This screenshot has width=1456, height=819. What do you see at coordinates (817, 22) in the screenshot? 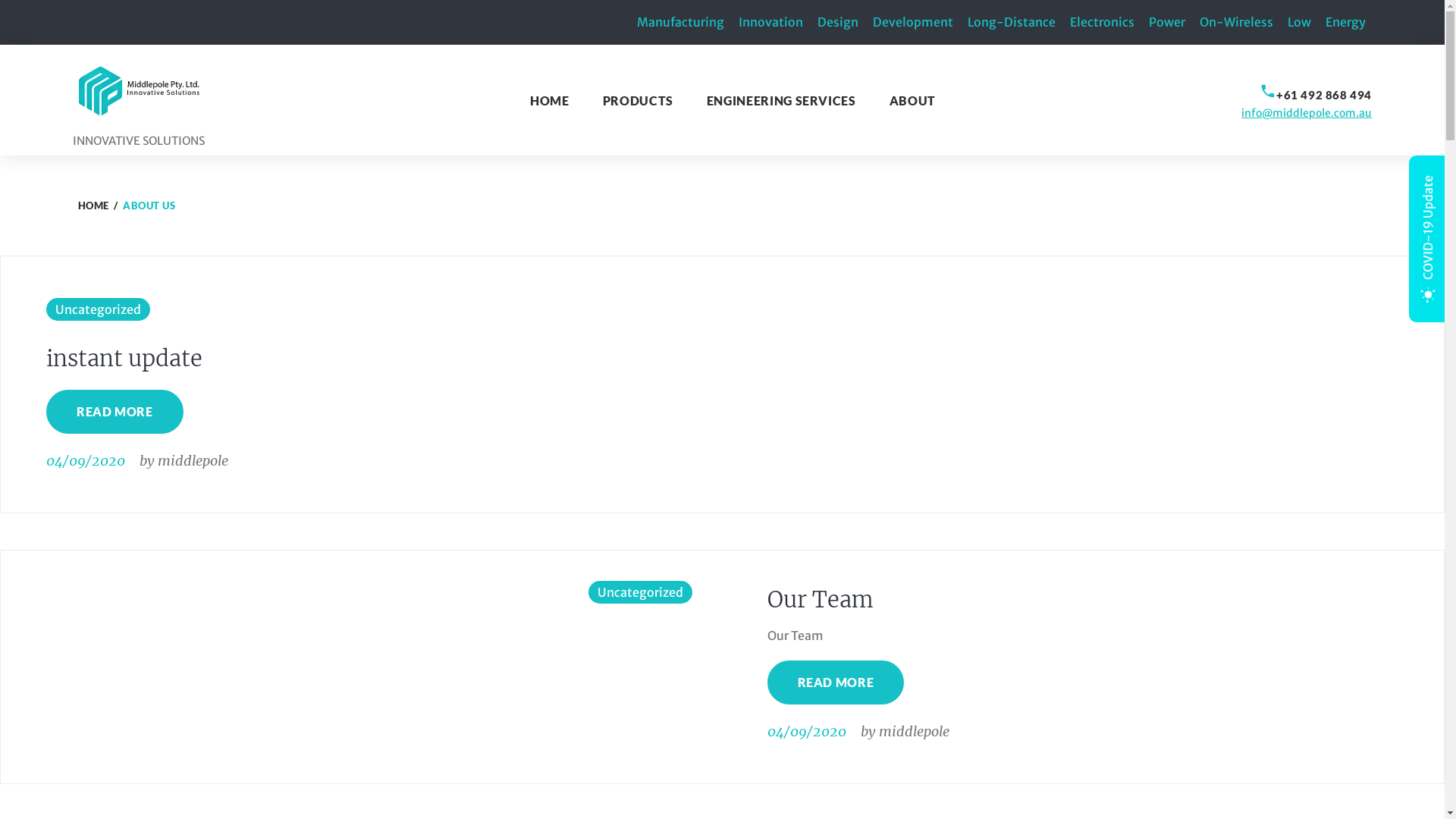
I see `'Design'` at bounding box center [817, 22].